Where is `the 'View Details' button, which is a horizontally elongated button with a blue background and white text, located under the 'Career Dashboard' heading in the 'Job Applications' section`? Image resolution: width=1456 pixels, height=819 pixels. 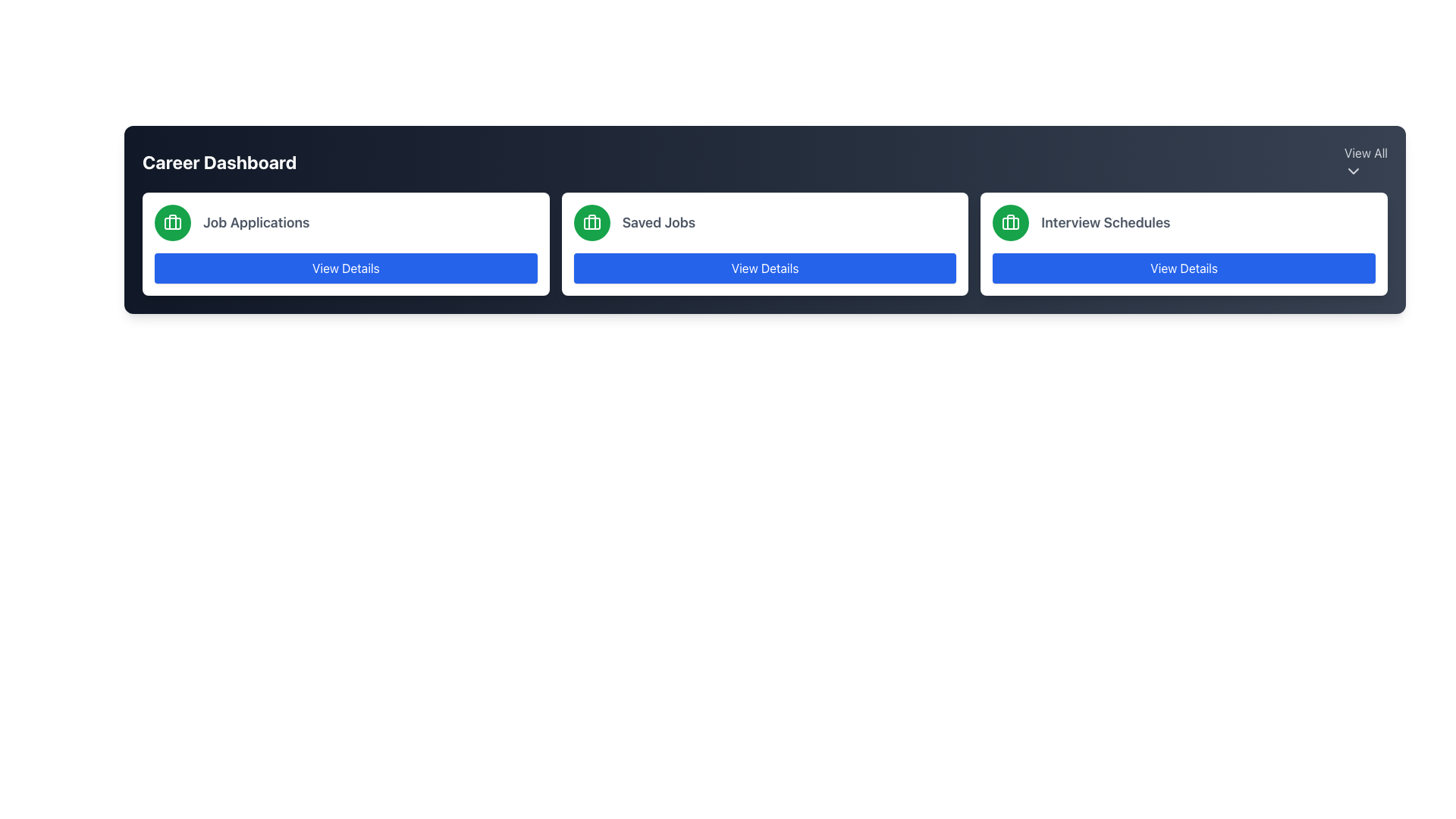
the 'View Details' button, which is a horizontally elongated button with a blue background and white text, located under the 'Career Dashboard' heading in the 'Job Applications' section is located at coordinates (345, 268).